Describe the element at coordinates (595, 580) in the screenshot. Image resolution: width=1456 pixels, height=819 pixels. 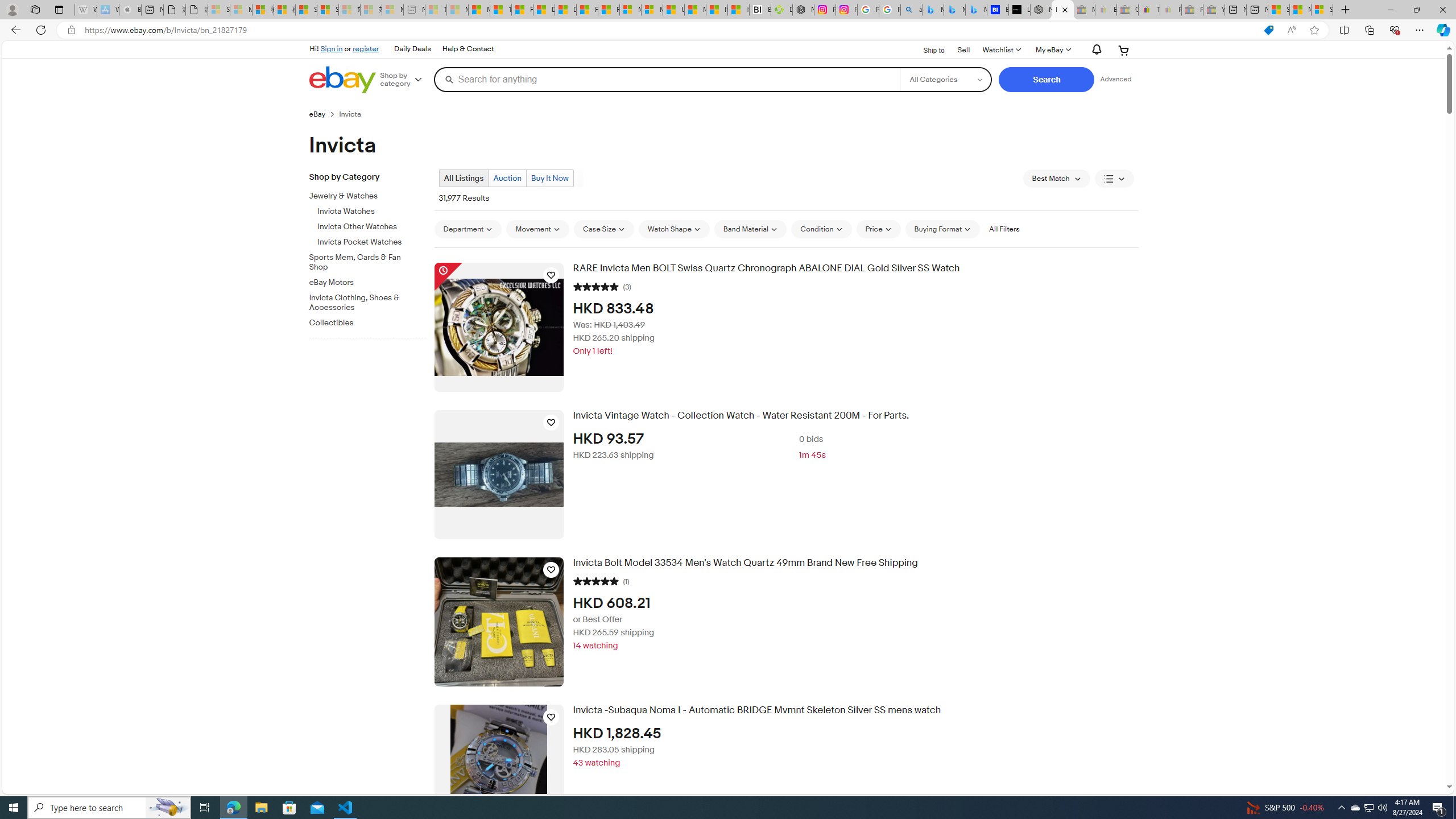
I see `'5 out of 5 stars'` at that location.